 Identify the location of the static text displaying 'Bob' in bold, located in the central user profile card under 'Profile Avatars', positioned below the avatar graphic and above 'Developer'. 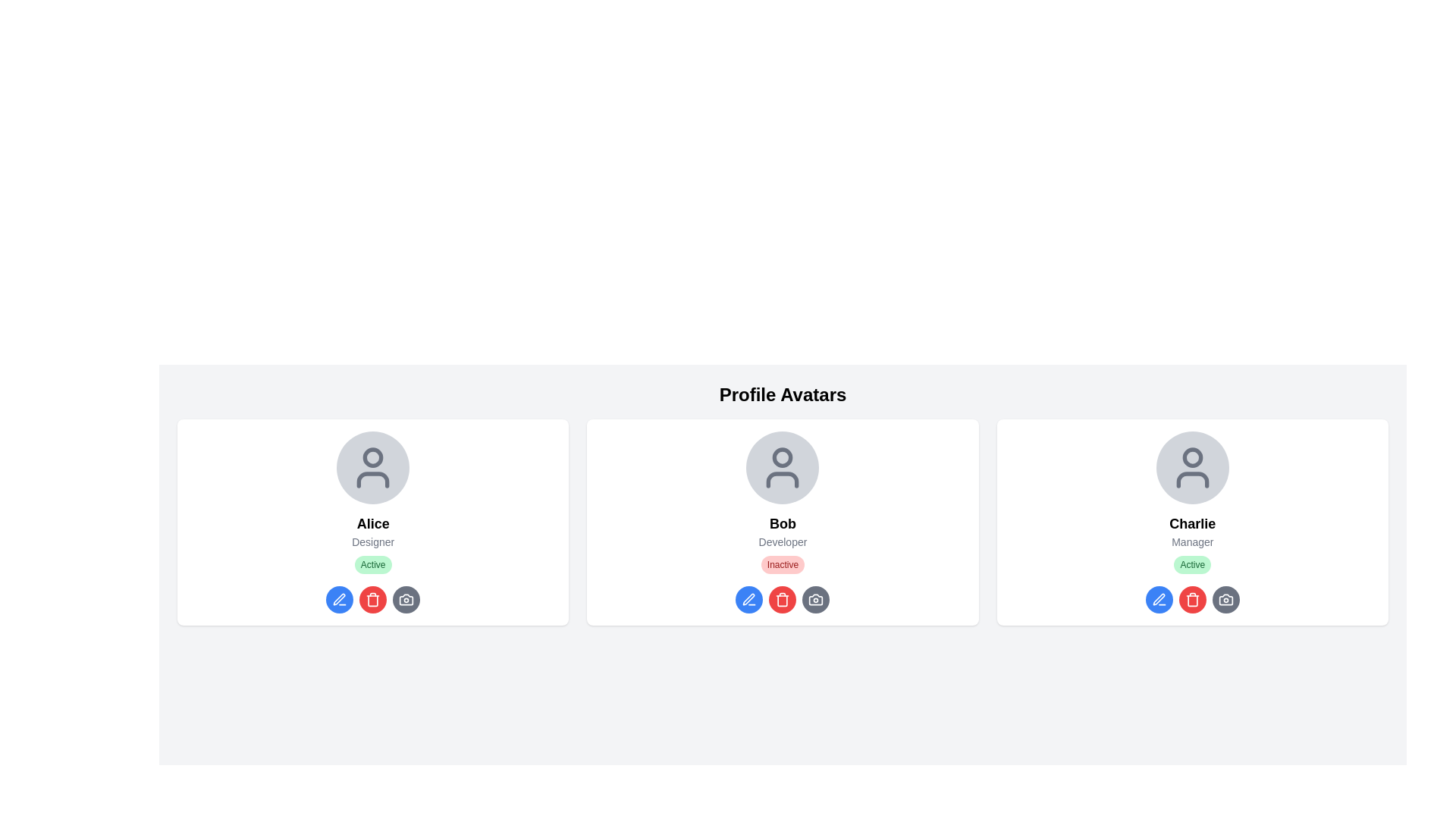
(783, 522).